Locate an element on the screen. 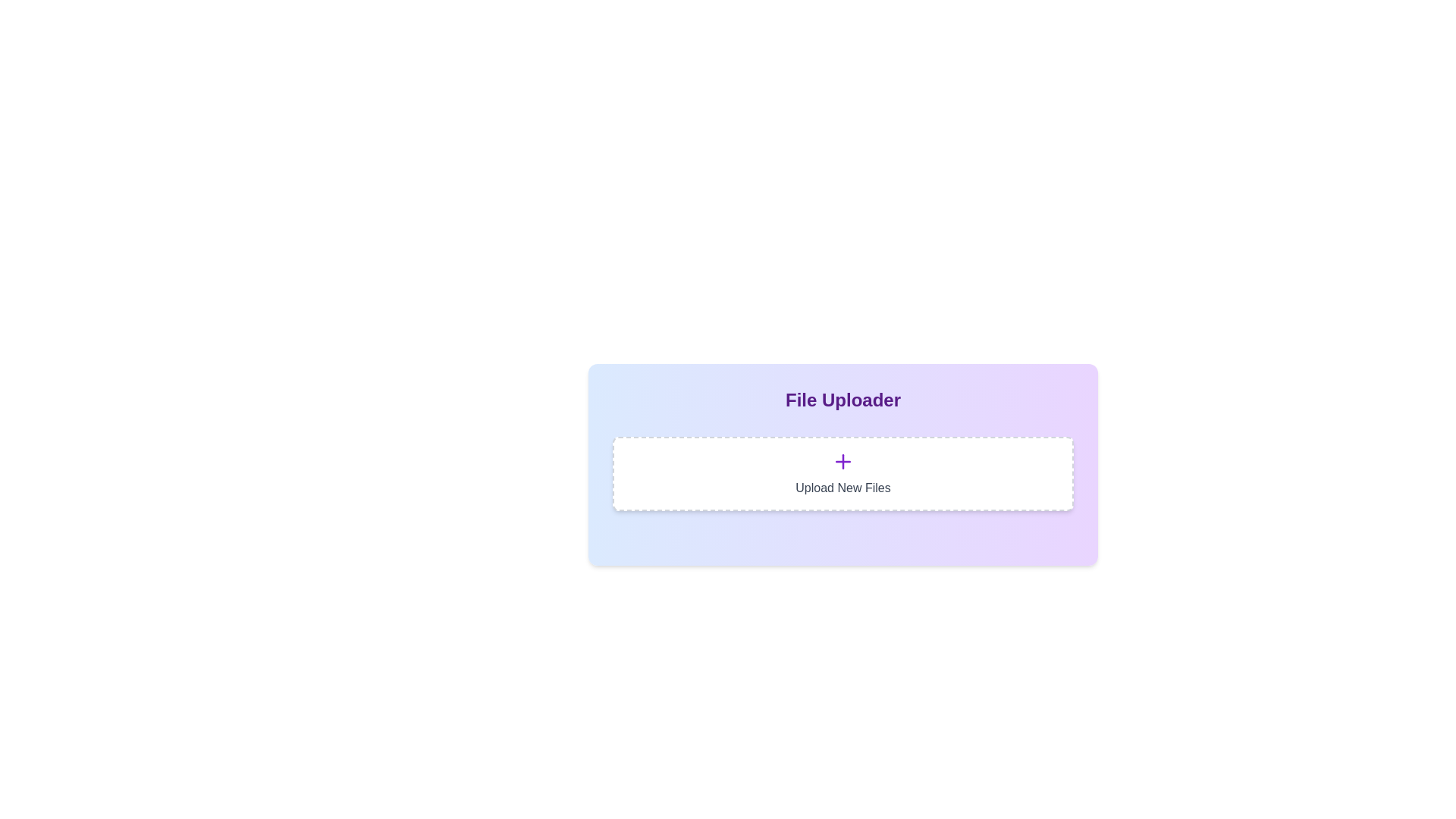  the 'Upload New Files' button, which is a white rectangular area with a dashed gray border and a purple plus icon is located at coordinates (843, 472).